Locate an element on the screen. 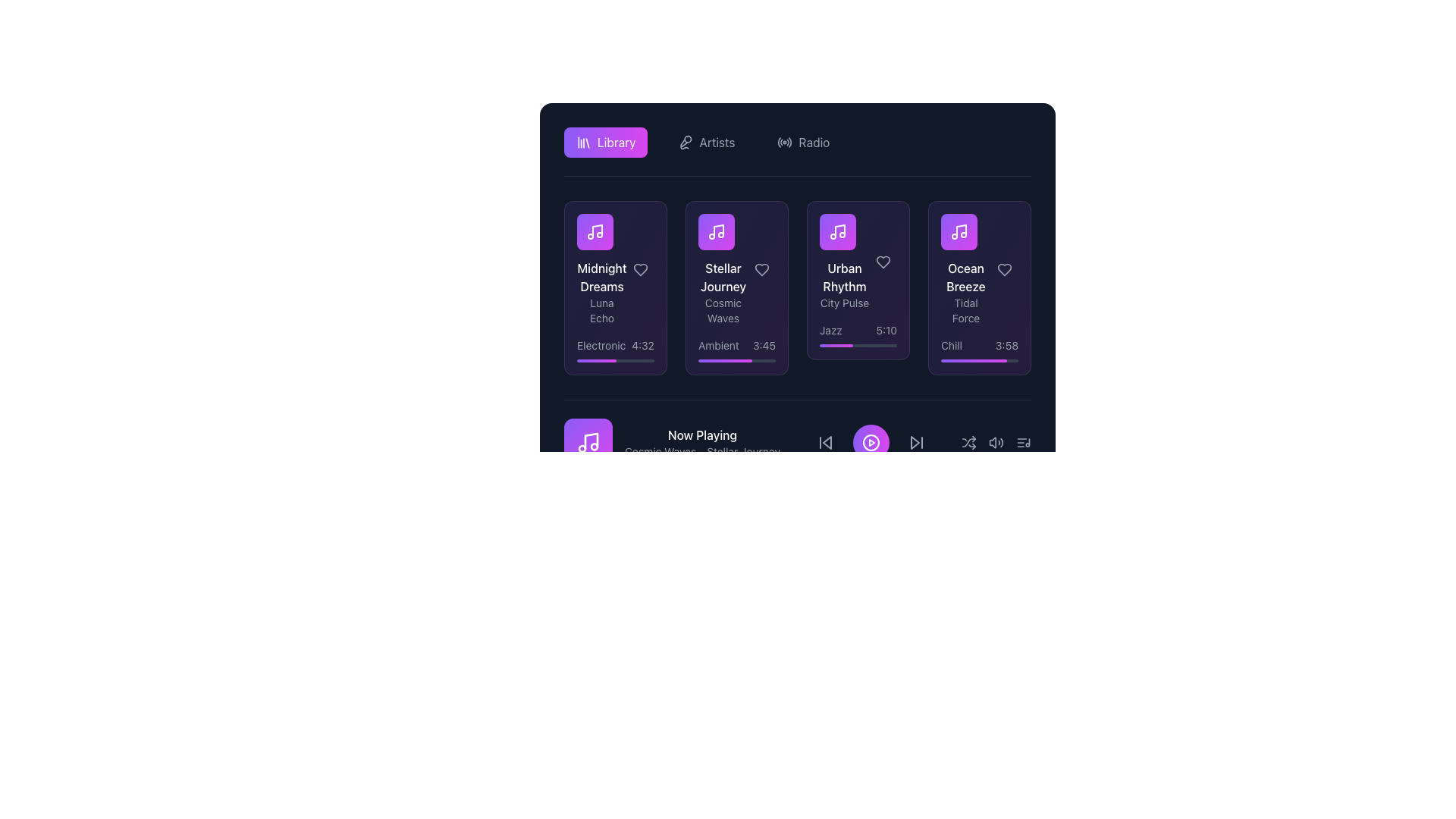 This screenshot has height=819, width=1456. the heart-shaped icon representing the 'favorite' functionality located at the top-right corner of the 'Urban Rhythm' card is located at coordinates (883, 262).